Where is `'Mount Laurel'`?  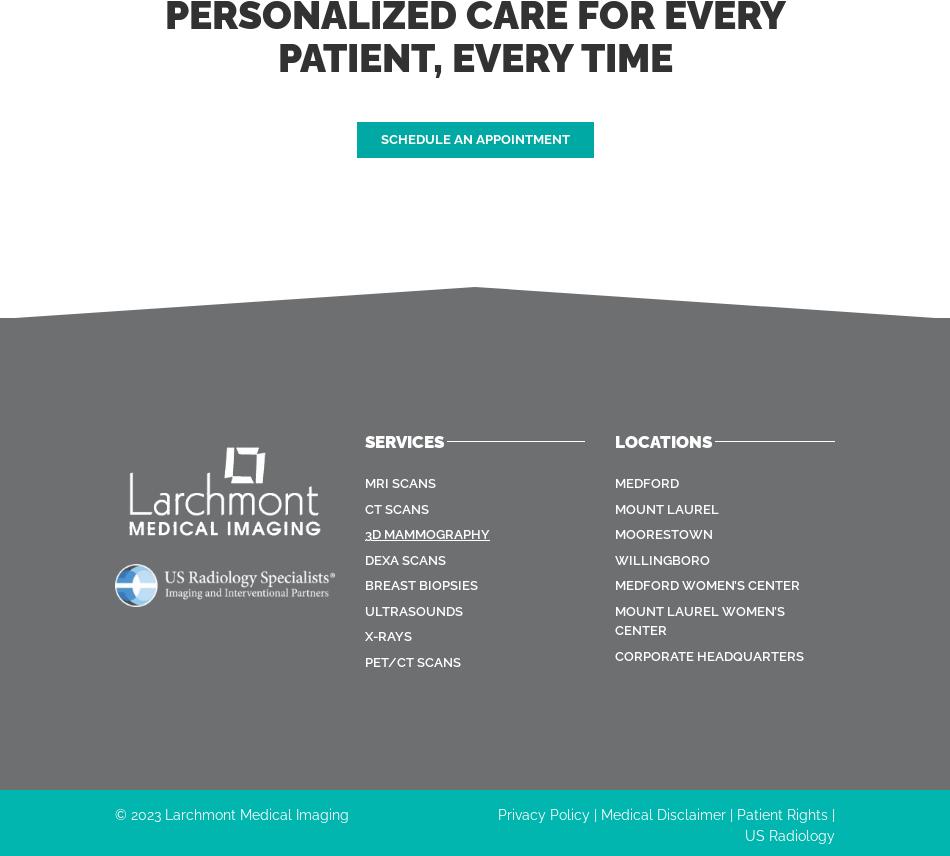 'Mount Laurel' is located at coordinates (666, 508).